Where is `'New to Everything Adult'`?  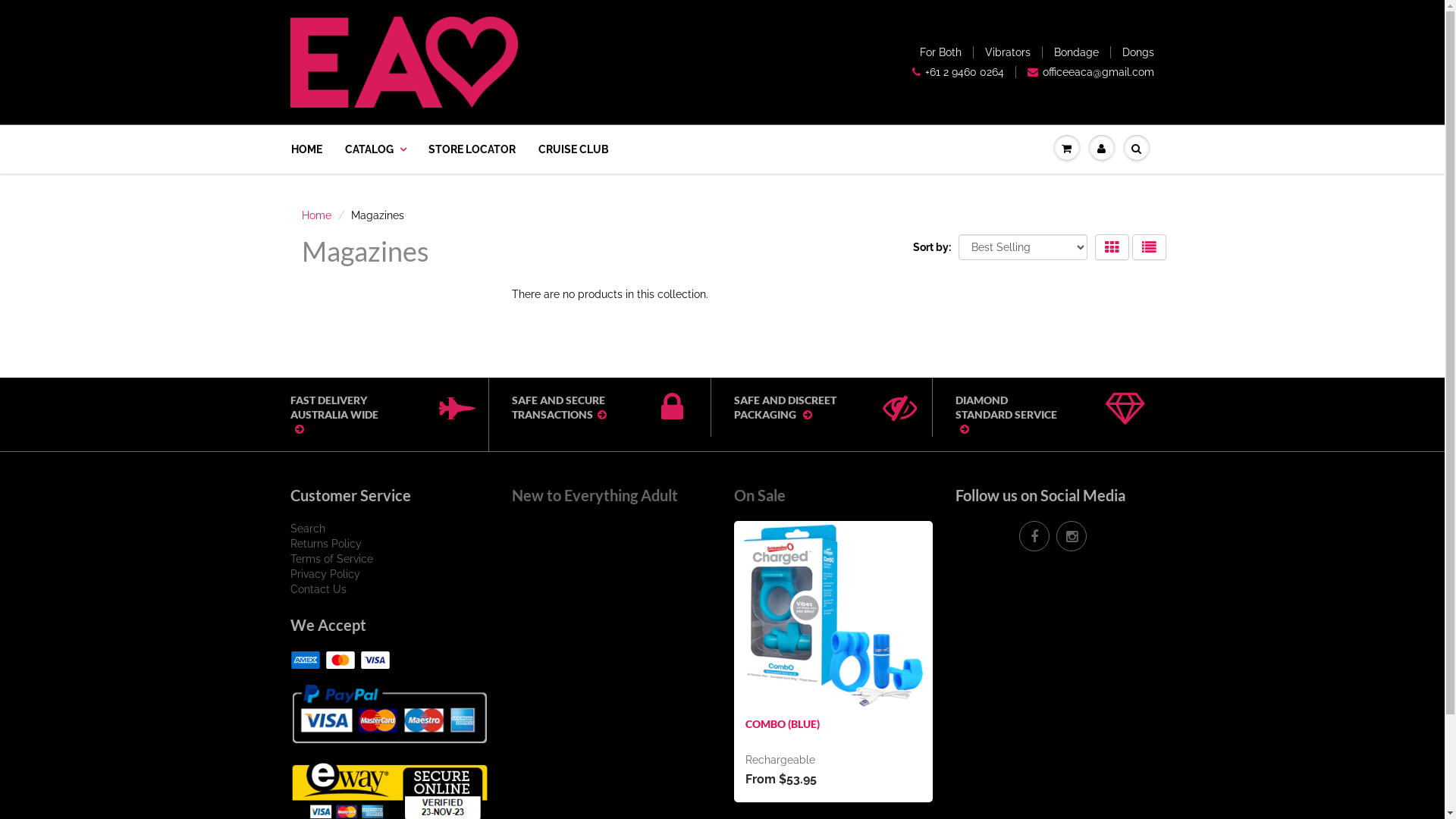
'New to Everything Adult' is located at coordinates (594, 494).